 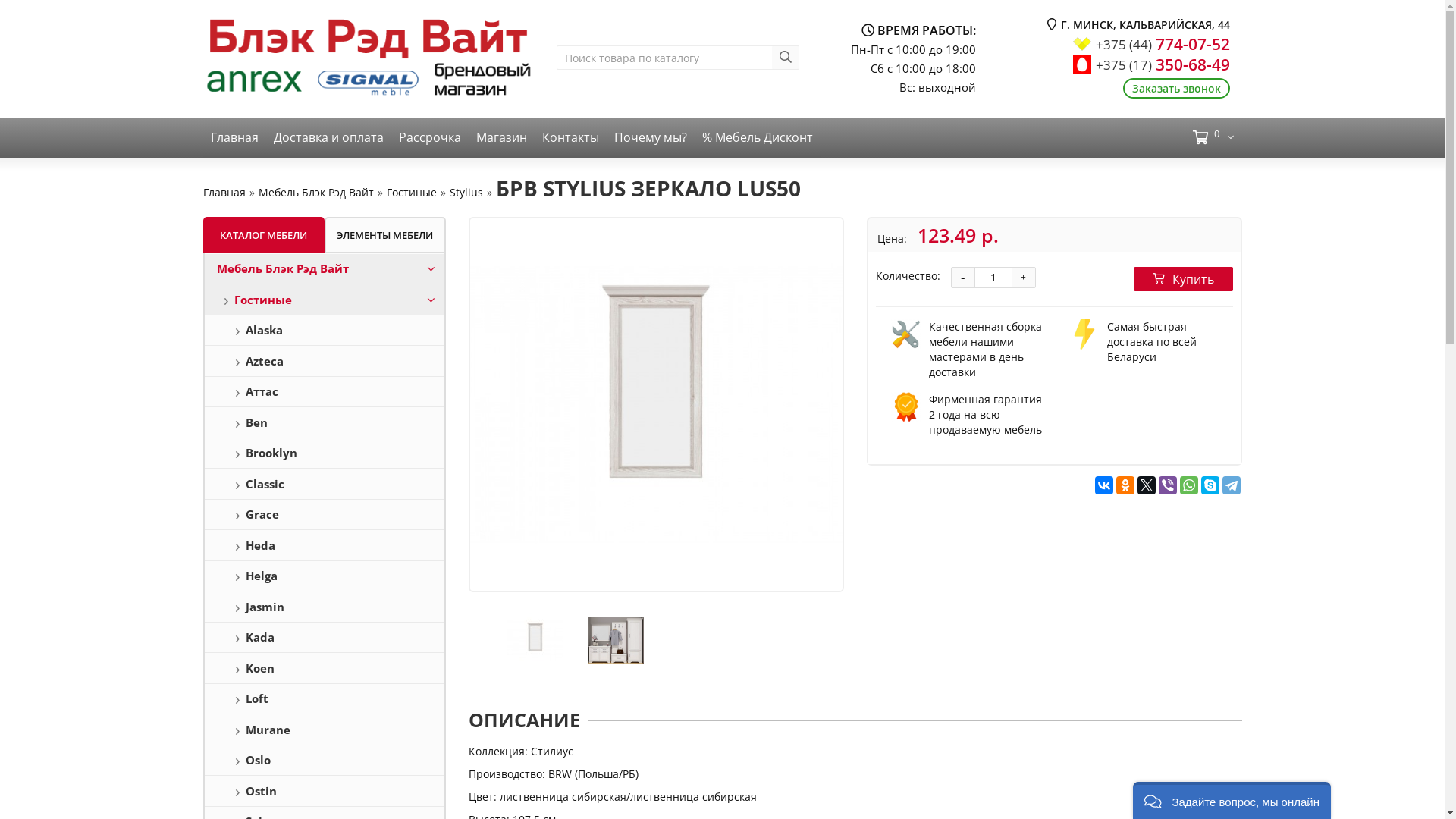 I want to click on '+375 (17) 350-68-49', so click(x=1162, y=63).